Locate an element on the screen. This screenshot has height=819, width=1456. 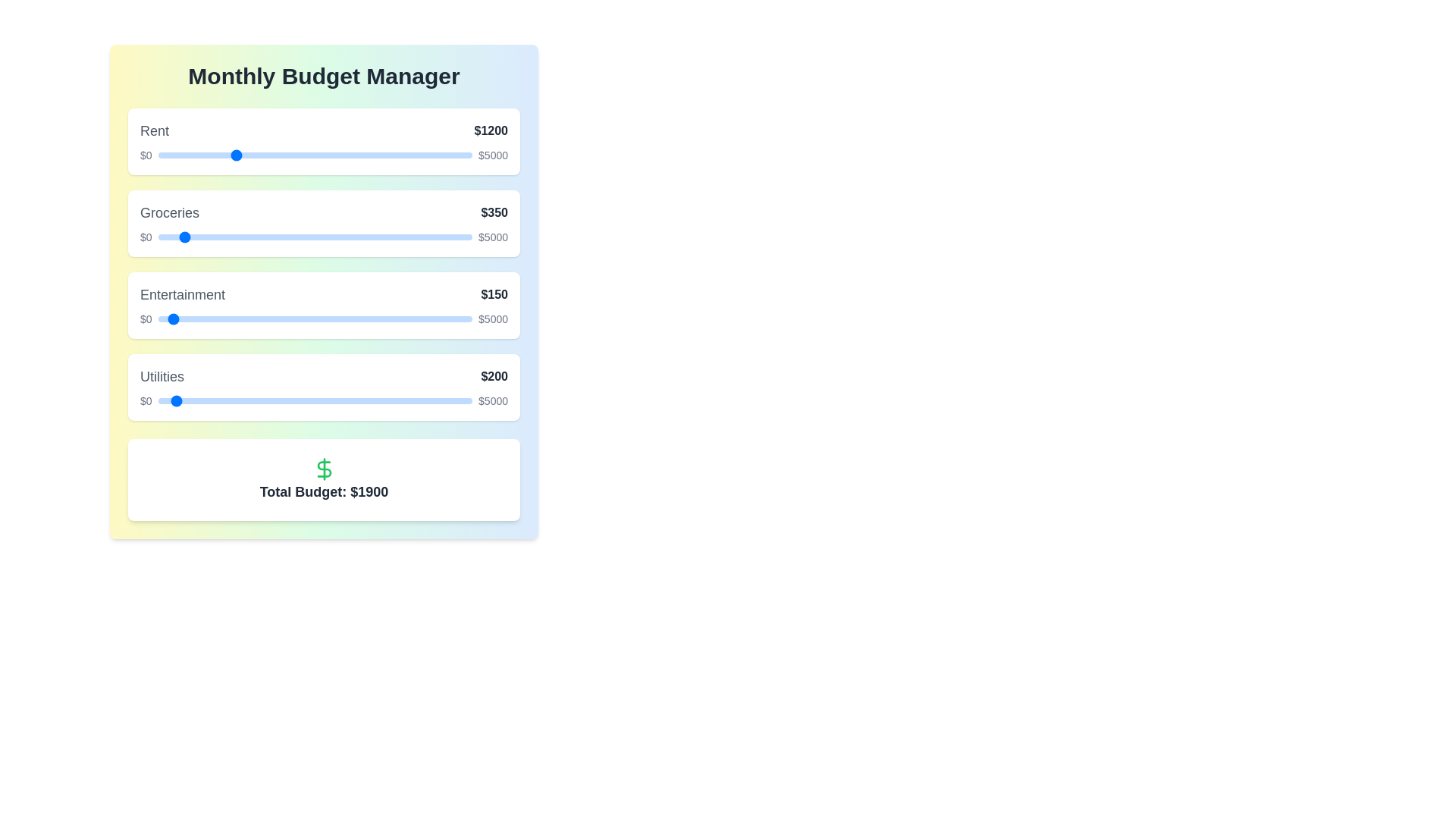
the text label displaying the word 'Rent', which is styled in grayish color and located in a budget management interface is located at coordinates (155, 130).